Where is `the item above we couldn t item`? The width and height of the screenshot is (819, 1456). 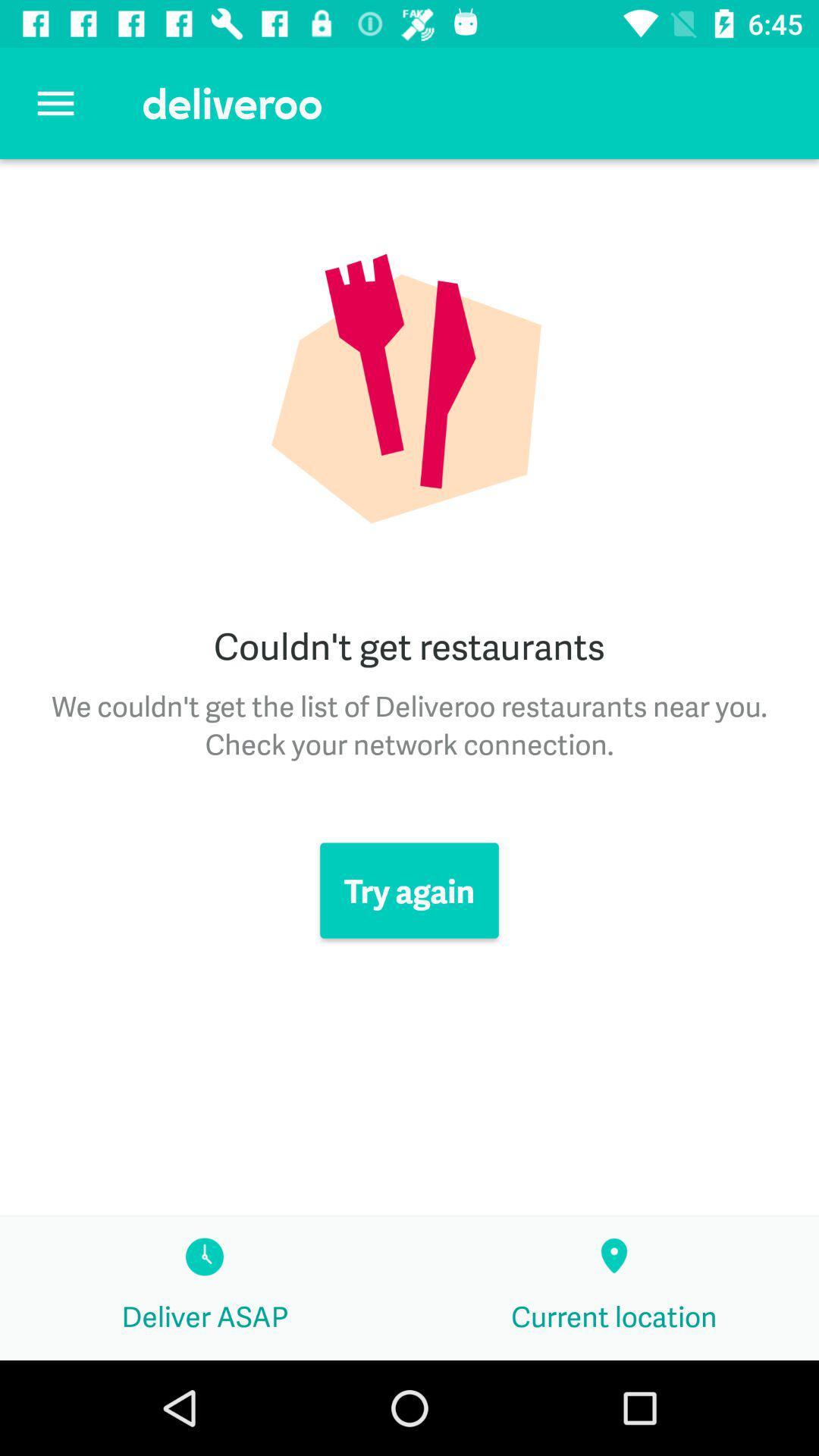
the item above we couldn t item is located at coordinates (55, 102).